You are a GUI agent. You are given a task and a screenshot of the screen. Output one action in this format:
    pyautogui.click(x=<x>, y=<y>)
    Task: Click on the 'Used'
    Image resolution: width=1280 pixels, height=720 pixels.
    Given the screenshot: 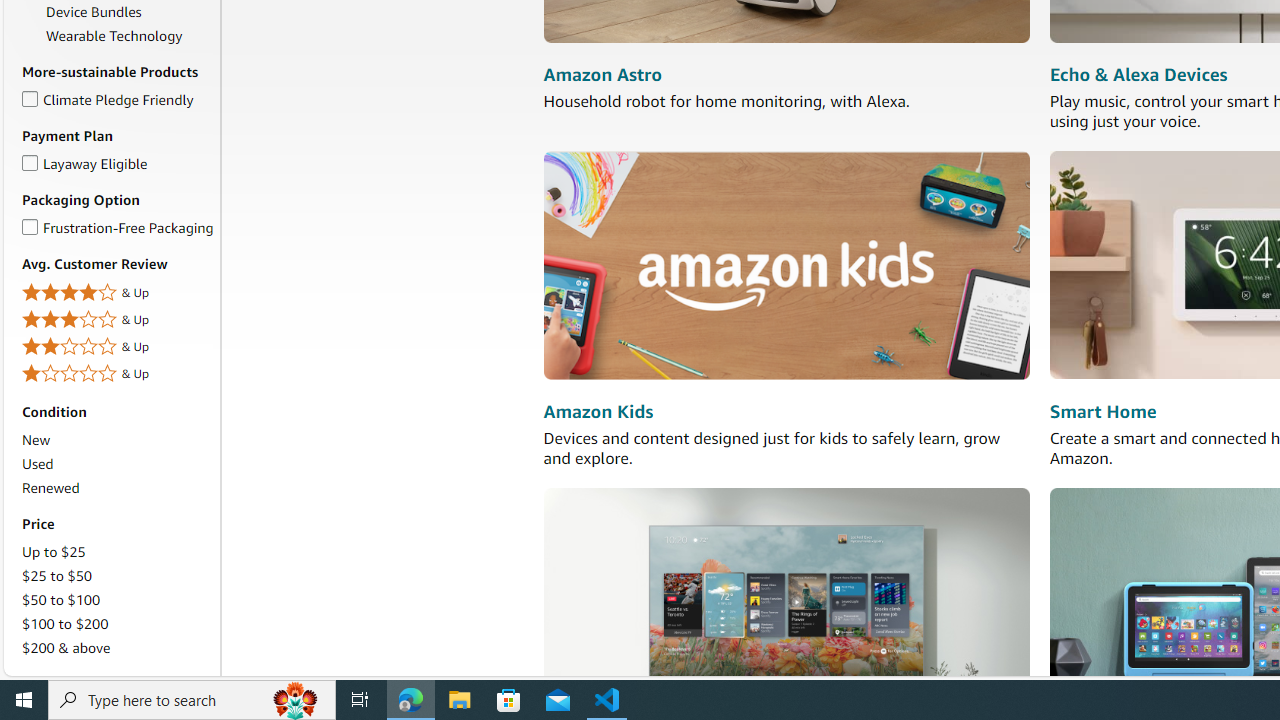 What is the action you would take?
    pyautogui.click(x=37, y=464)
    